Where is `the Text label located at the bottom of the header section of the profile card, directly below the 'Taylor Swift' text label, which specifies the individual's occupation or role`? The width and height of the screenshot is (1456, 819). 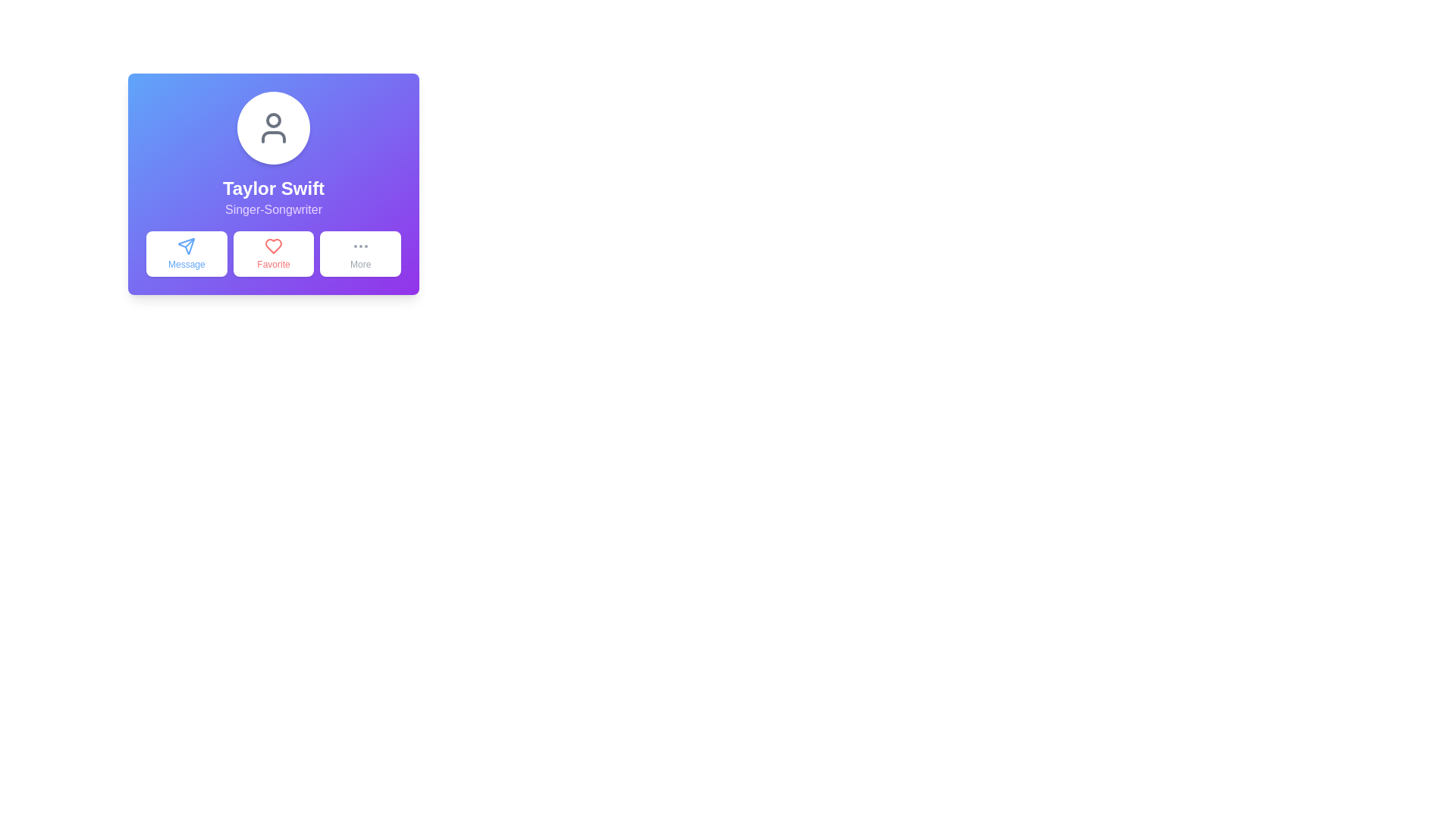 the Text label located at the bottom of the header section of the profile card, directly below the 'Taylor Swift' text label, which specifies the individual's occupation or role is located at coordinates (273, 210).